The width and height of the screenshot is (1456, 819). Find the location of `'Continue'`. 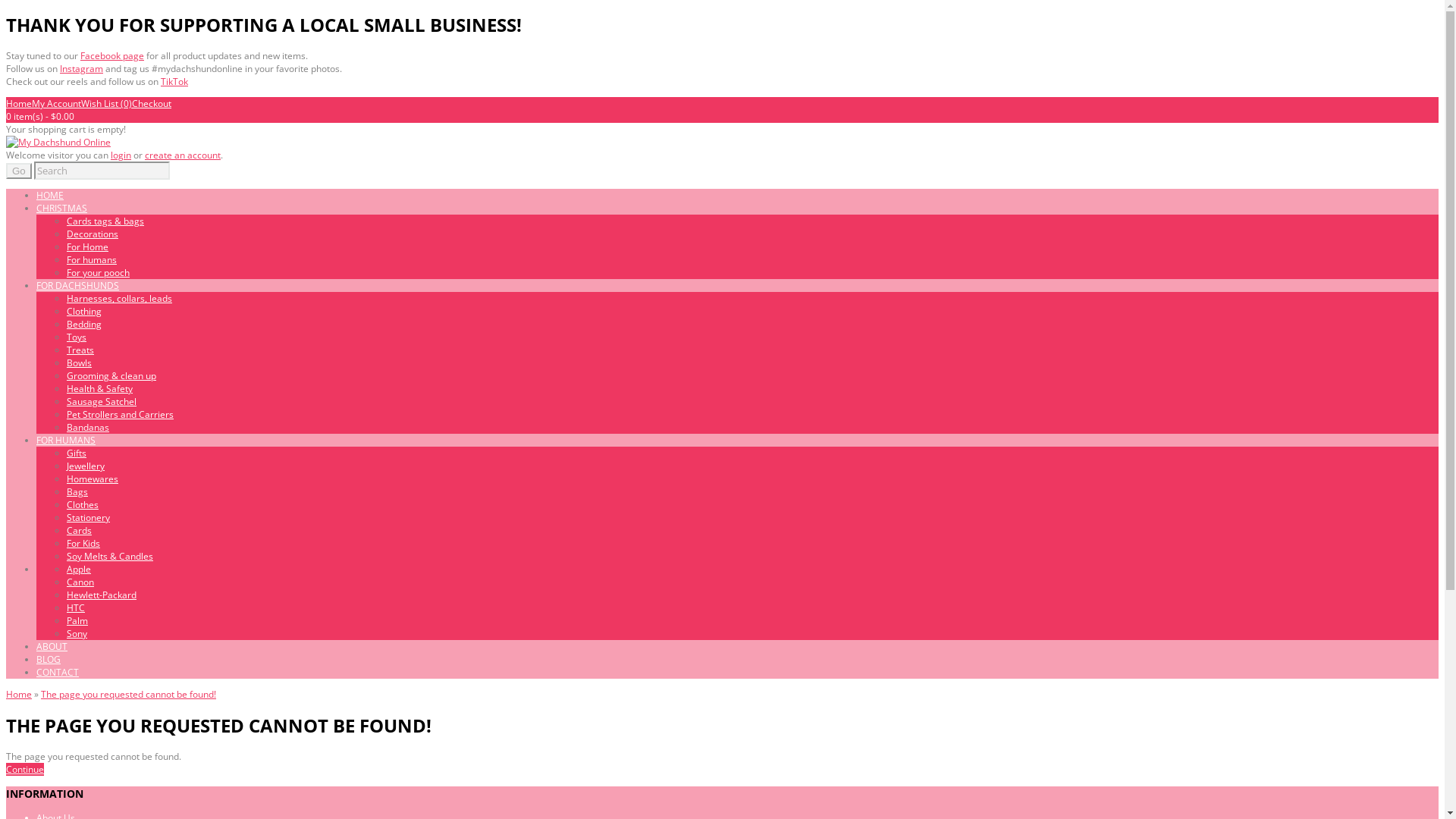

'Continue' is located at coordinates (6, 769).